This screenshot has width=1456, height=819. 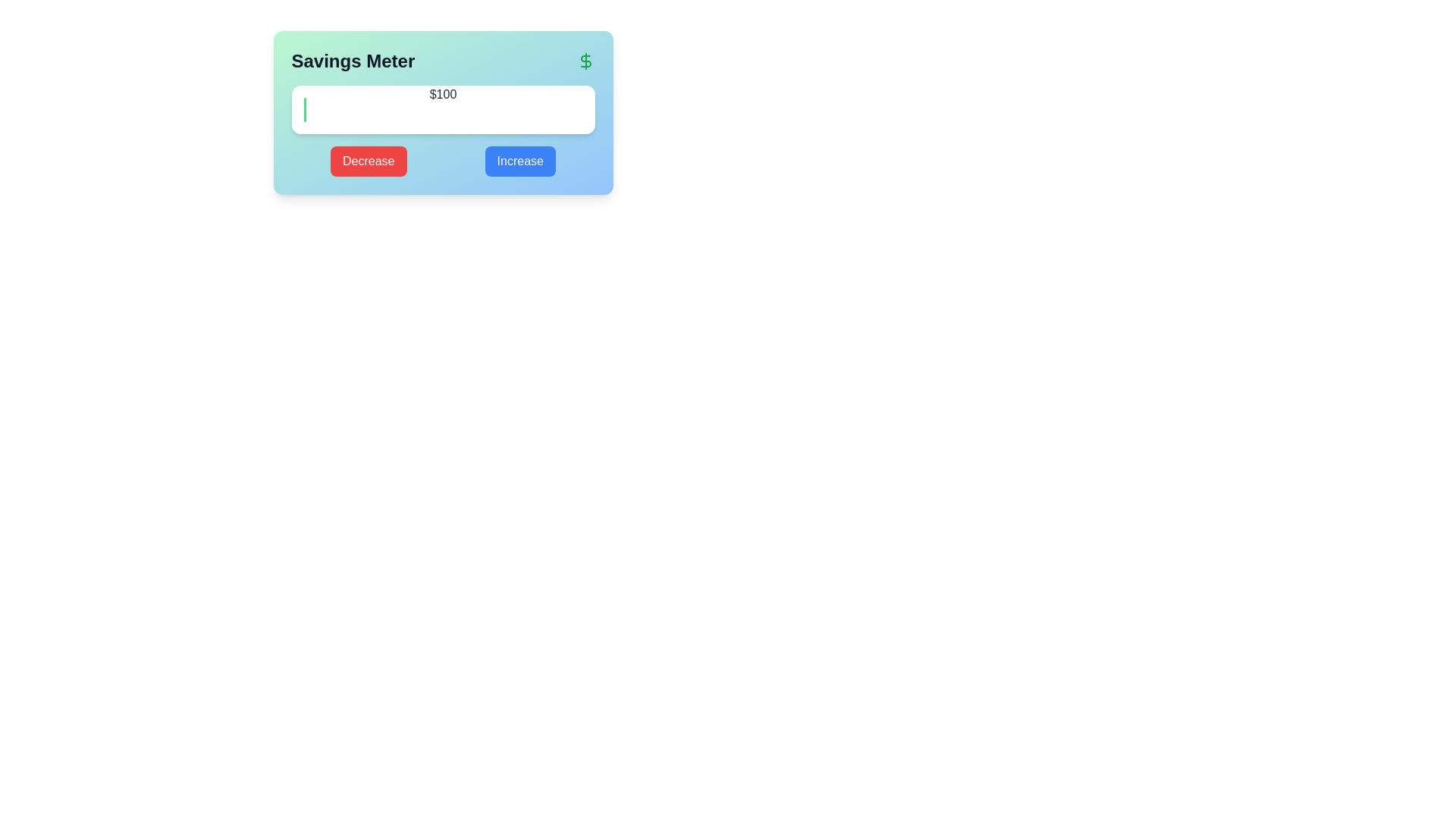 I want to click on the 'Decrease' button with a red background located to the left of the 'Increase' button on the 'Savings Meter' interface, so click(x=368, y=161).